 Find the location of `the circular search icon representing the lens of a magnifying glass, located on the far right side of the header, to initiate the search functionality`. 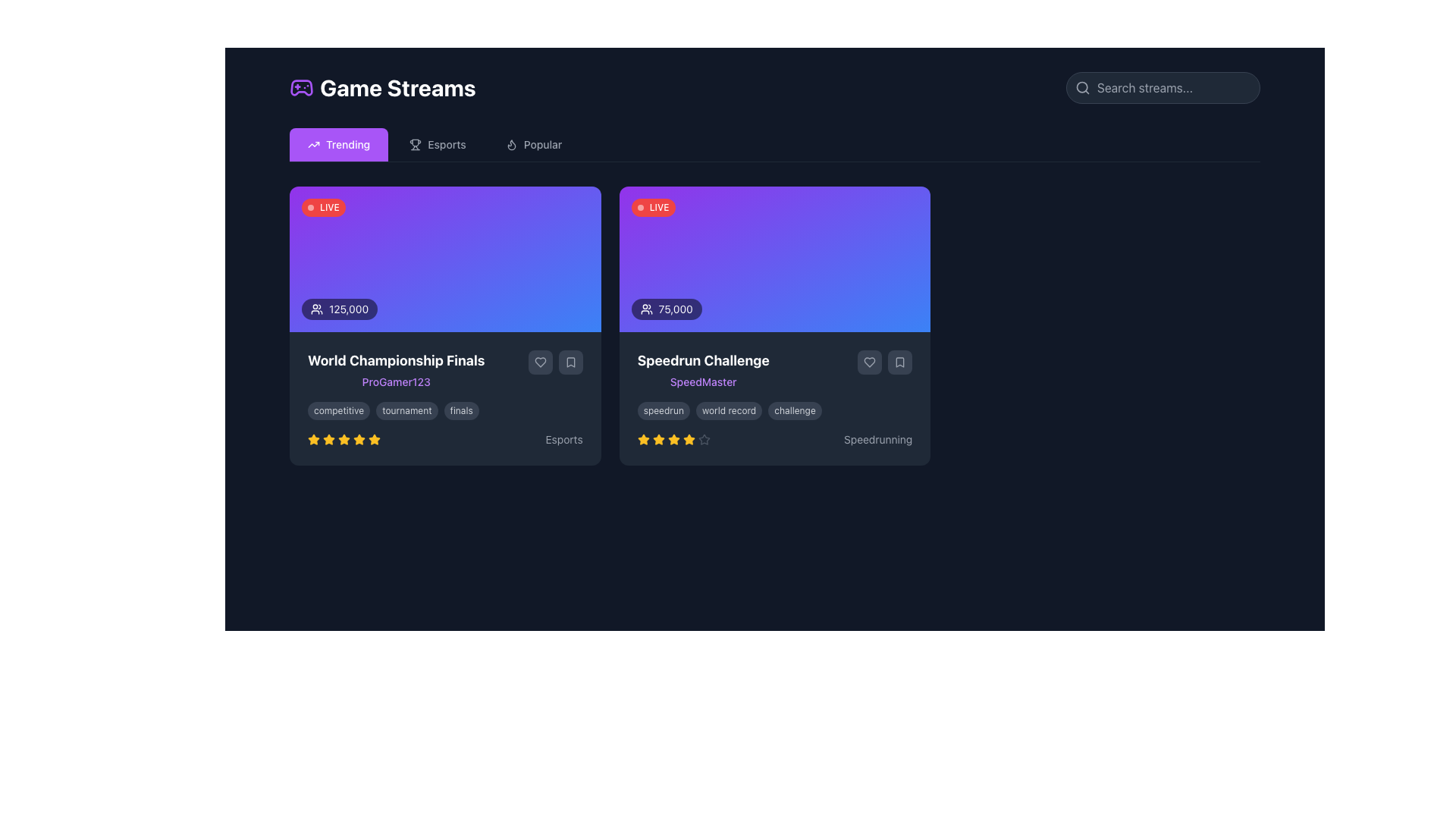

the circular search icon representing the lens of a magnifying glass, located on the far right side of the header, to initiate the search functionality is located at coordinates (1081, 87).